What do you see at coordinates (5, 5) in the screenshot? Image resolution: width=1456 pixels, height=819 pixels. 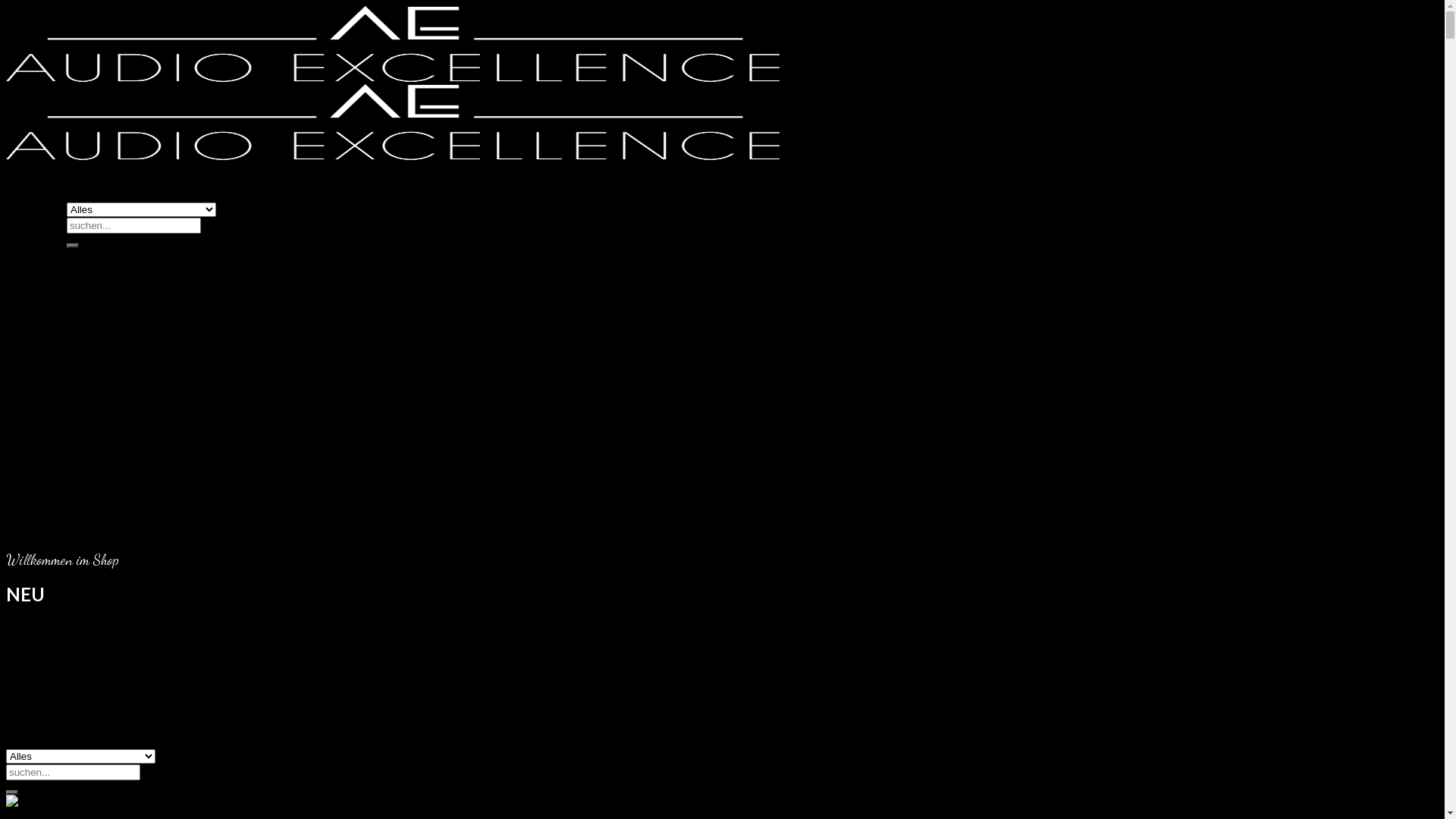 I see `'Zum Inhalt springen'` at bounding box center [5, 5].